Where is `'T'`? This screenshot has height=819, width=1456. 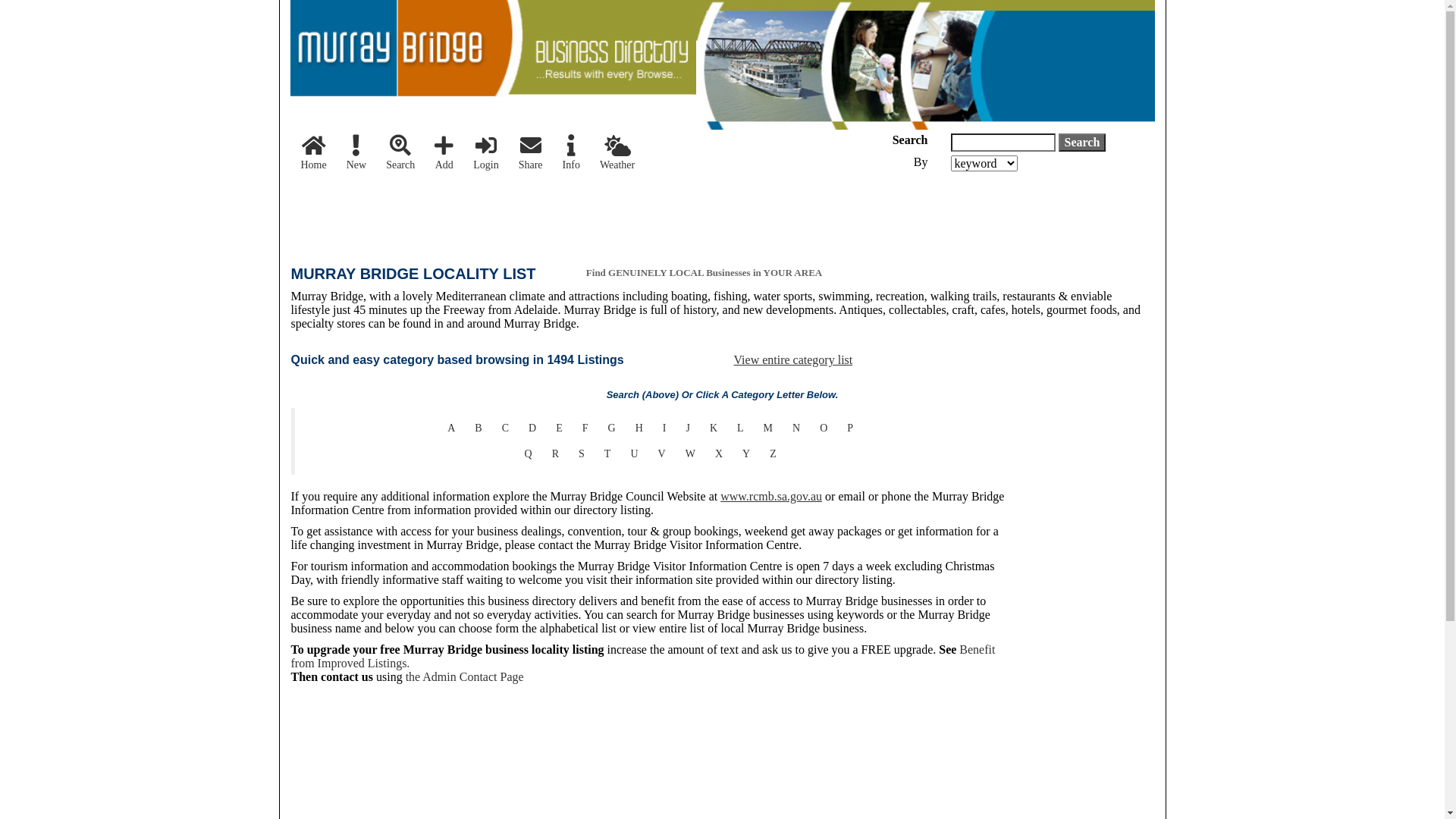 'T' is located at coordinates (607, 453).